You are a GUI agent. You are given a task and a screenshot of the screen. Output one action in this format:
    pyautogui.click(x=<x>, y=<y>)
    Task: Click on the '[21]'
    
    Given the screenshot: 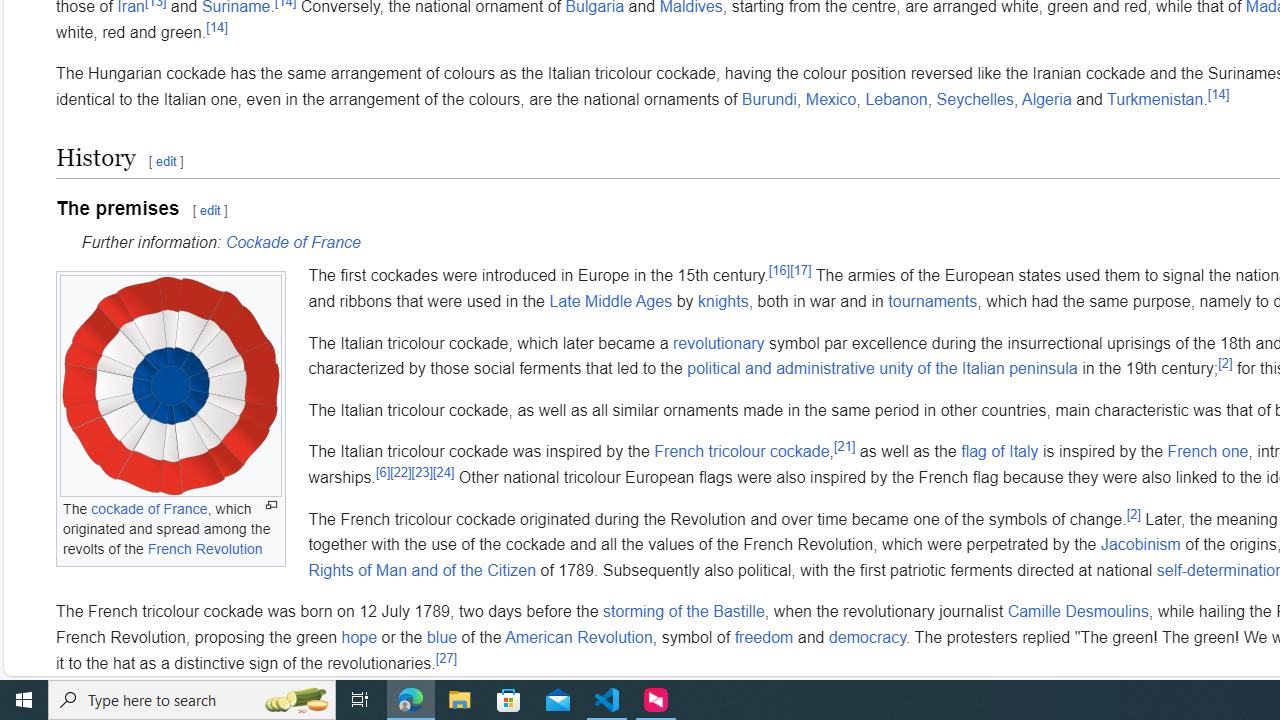 What is the action you would take?
    pyautogui.click(x=844, y=446)
    